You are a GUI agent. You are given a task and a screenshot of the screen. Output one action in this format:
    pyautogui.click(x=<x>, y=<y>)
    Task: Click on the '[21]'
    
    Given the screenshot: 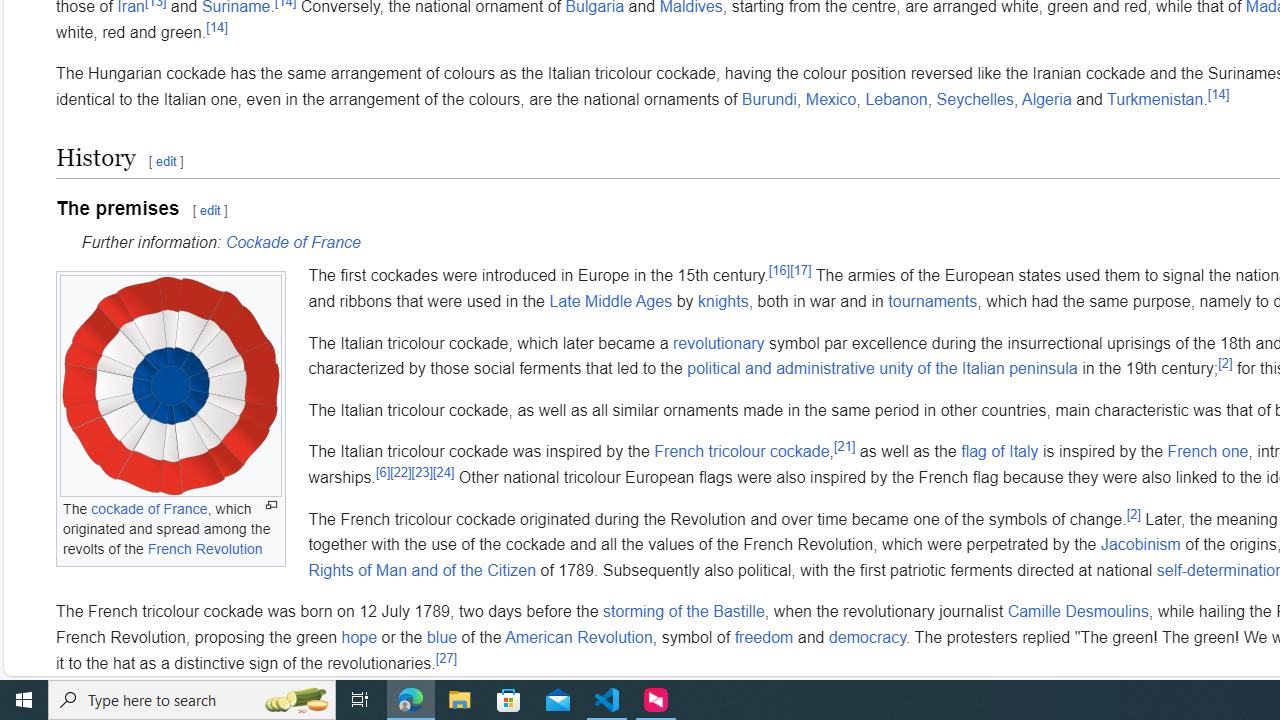 What is the action you would take?
    pyautogui.click(x=844, y=446)
    